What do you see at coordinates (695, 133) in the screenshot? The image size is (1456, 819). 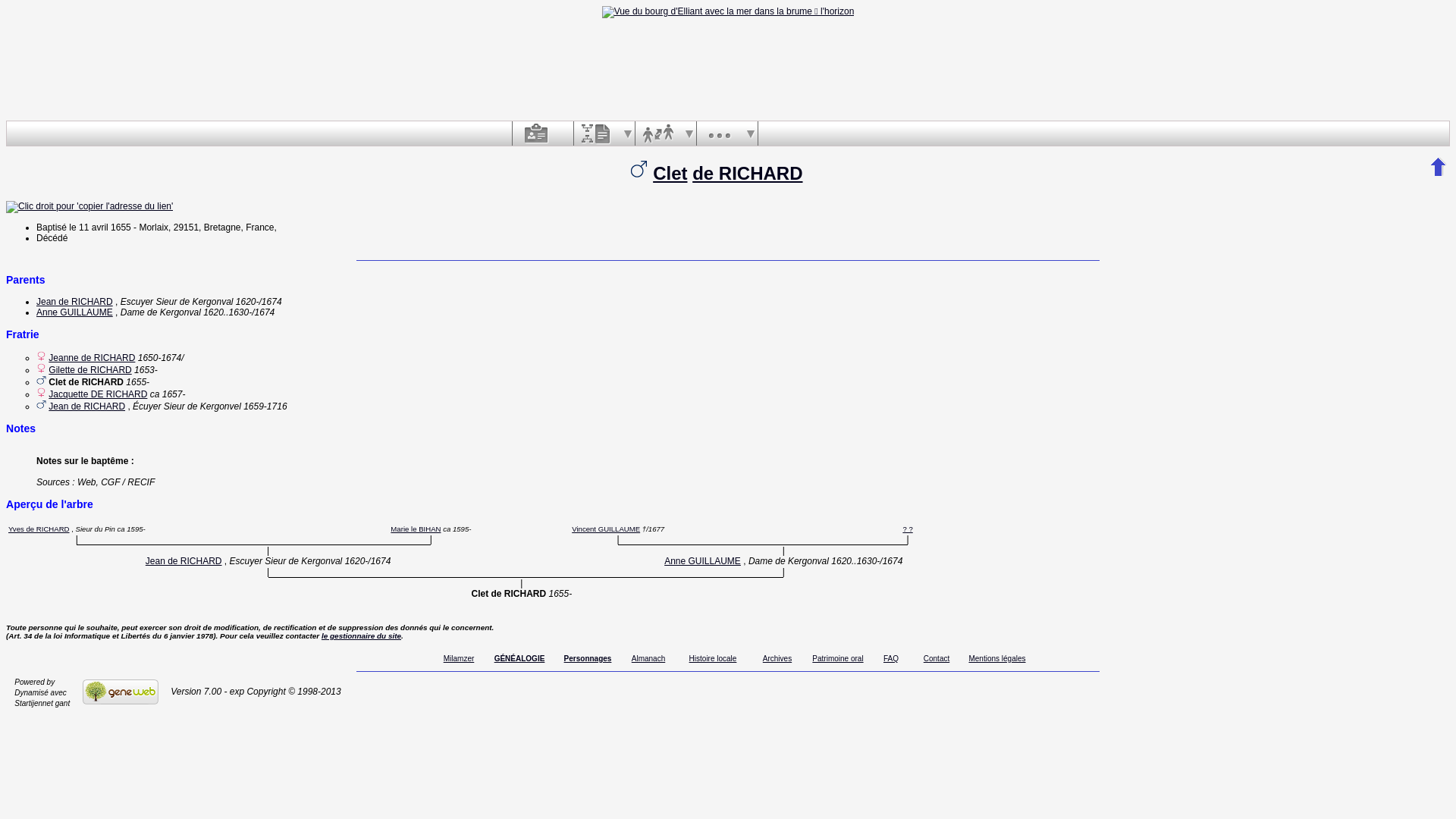 I see `'Divers'` at bounding box center [695, 133].